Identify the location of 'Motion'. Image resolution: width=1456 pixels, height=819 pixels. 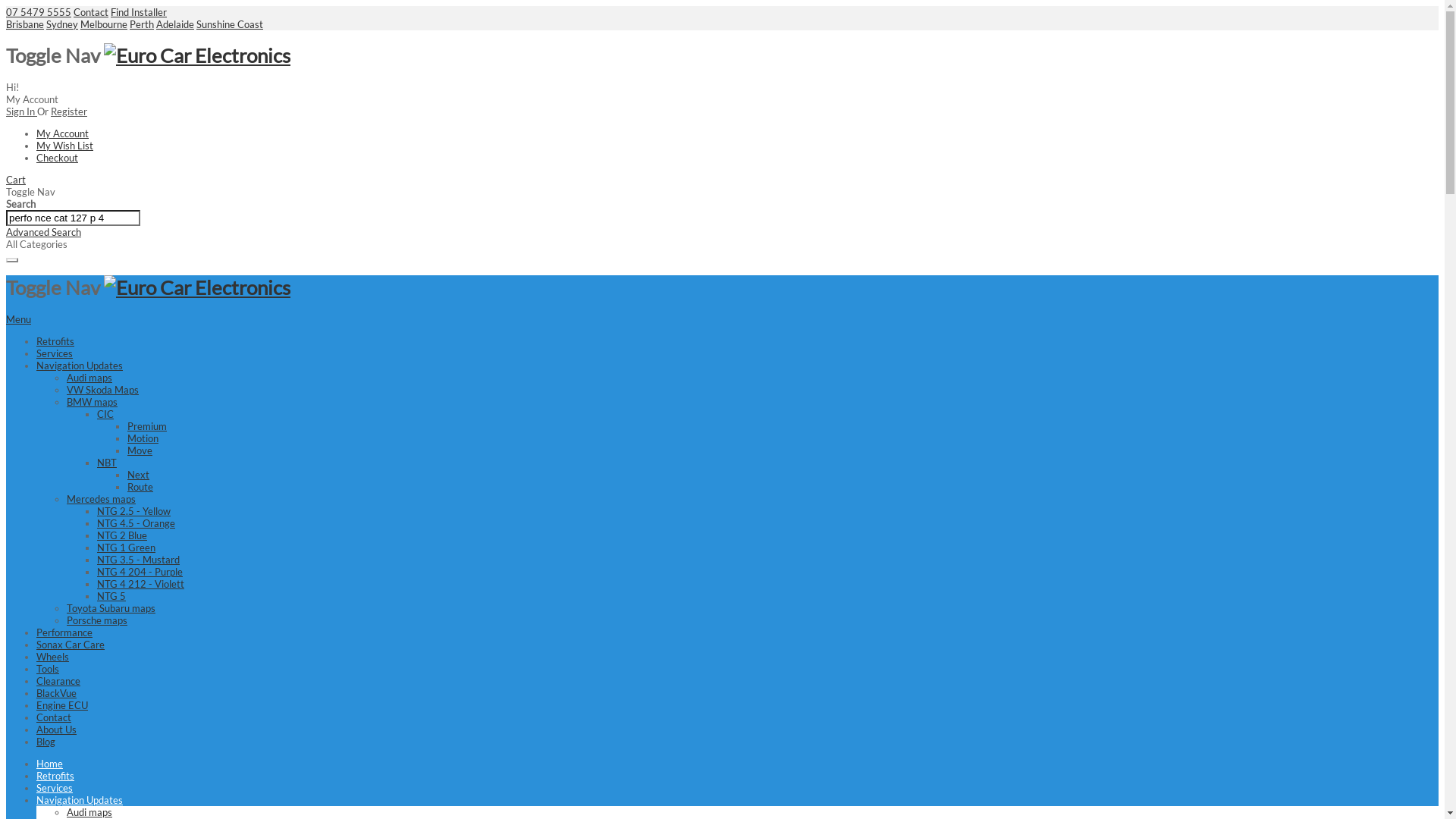
(143, 438).